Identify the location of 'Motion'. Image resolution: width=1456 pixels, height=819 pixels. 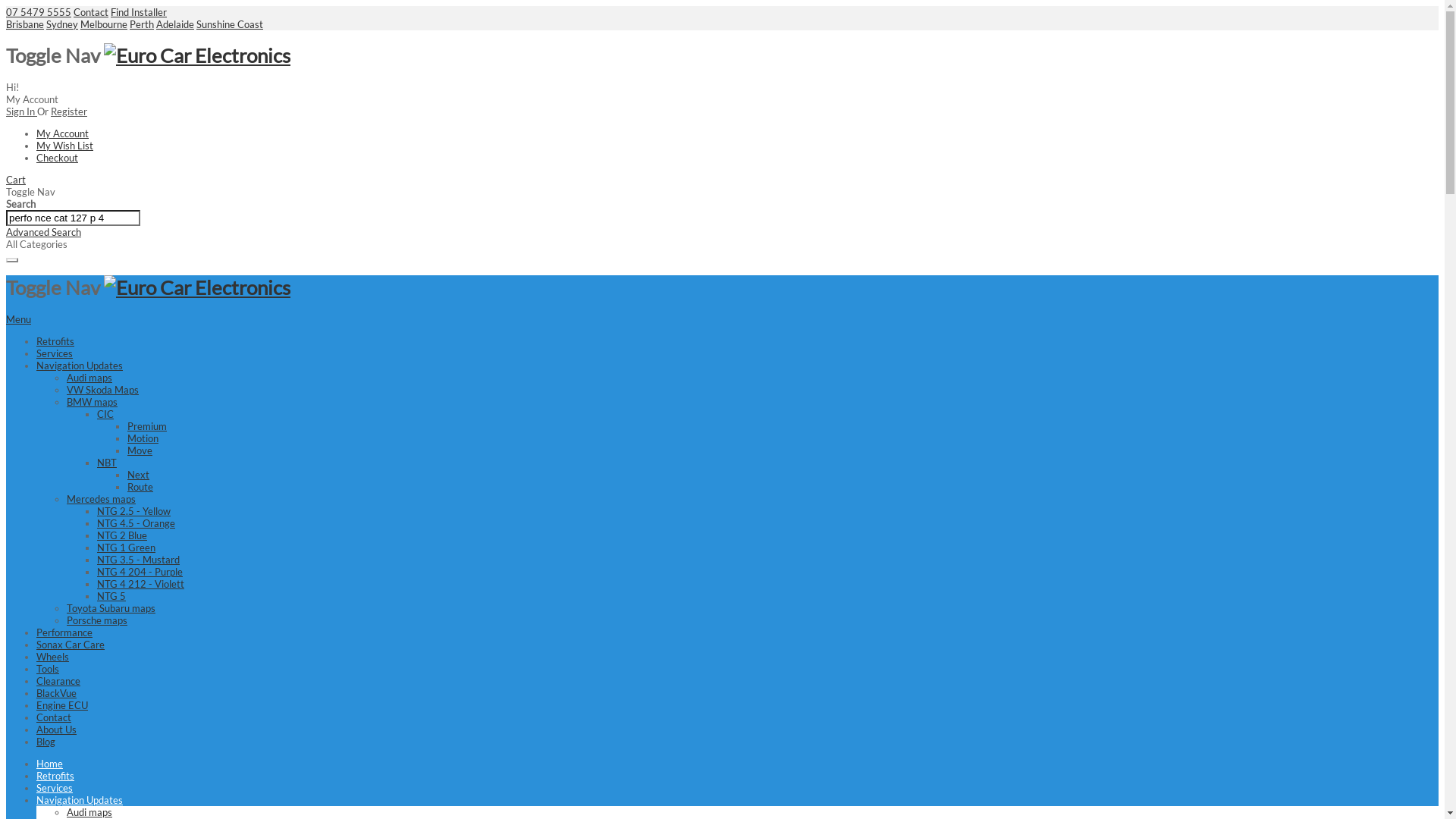
(143, 438).